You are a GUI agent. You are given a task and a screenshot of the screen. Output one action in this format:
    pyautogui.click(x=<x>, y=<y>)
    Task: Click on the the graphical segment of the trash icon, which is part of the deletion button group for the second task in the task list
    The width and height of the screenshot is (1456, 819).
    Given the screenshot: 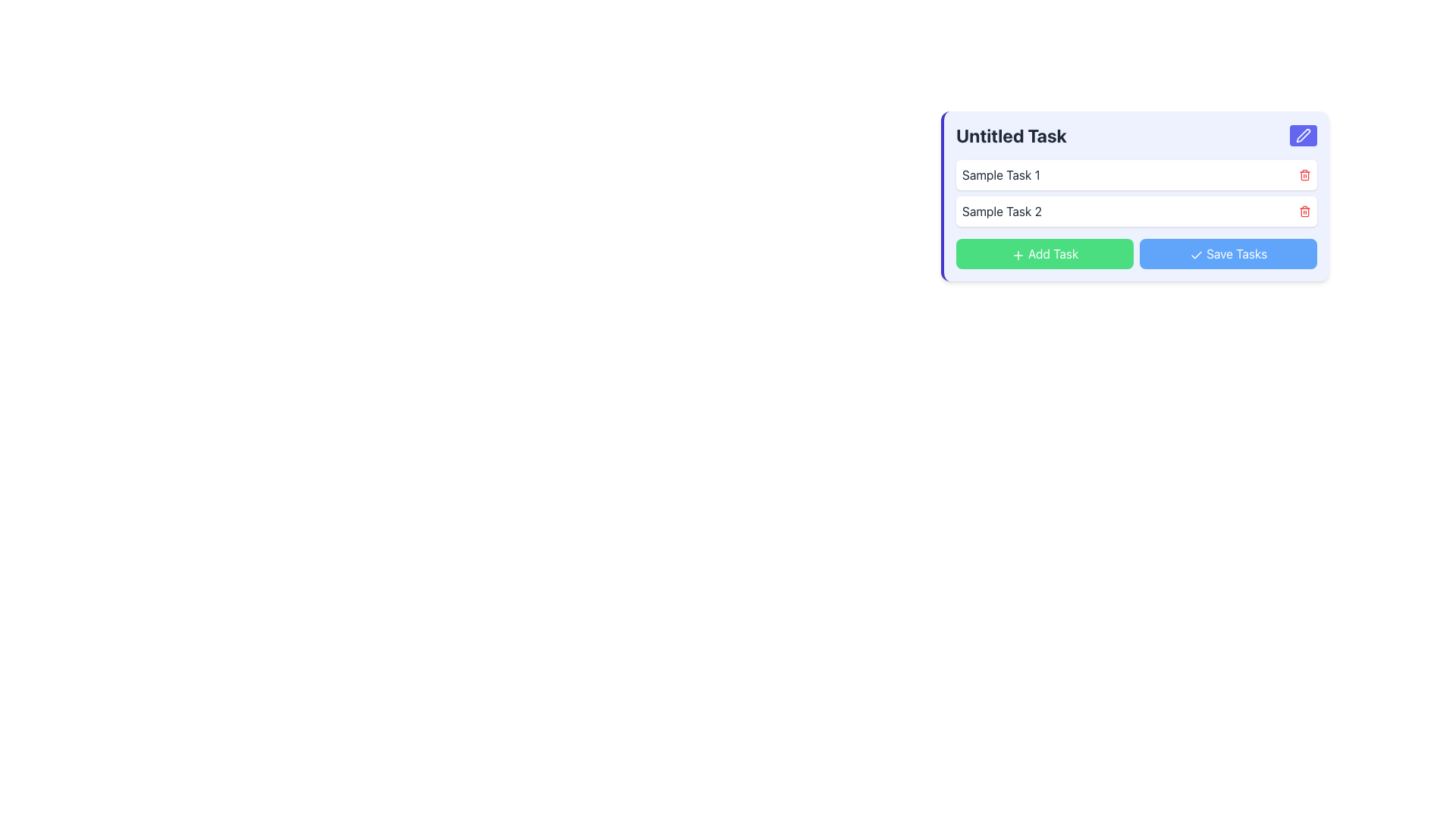 What is the action you would take?
    pyautogui.click(x=1304, y=174)
    